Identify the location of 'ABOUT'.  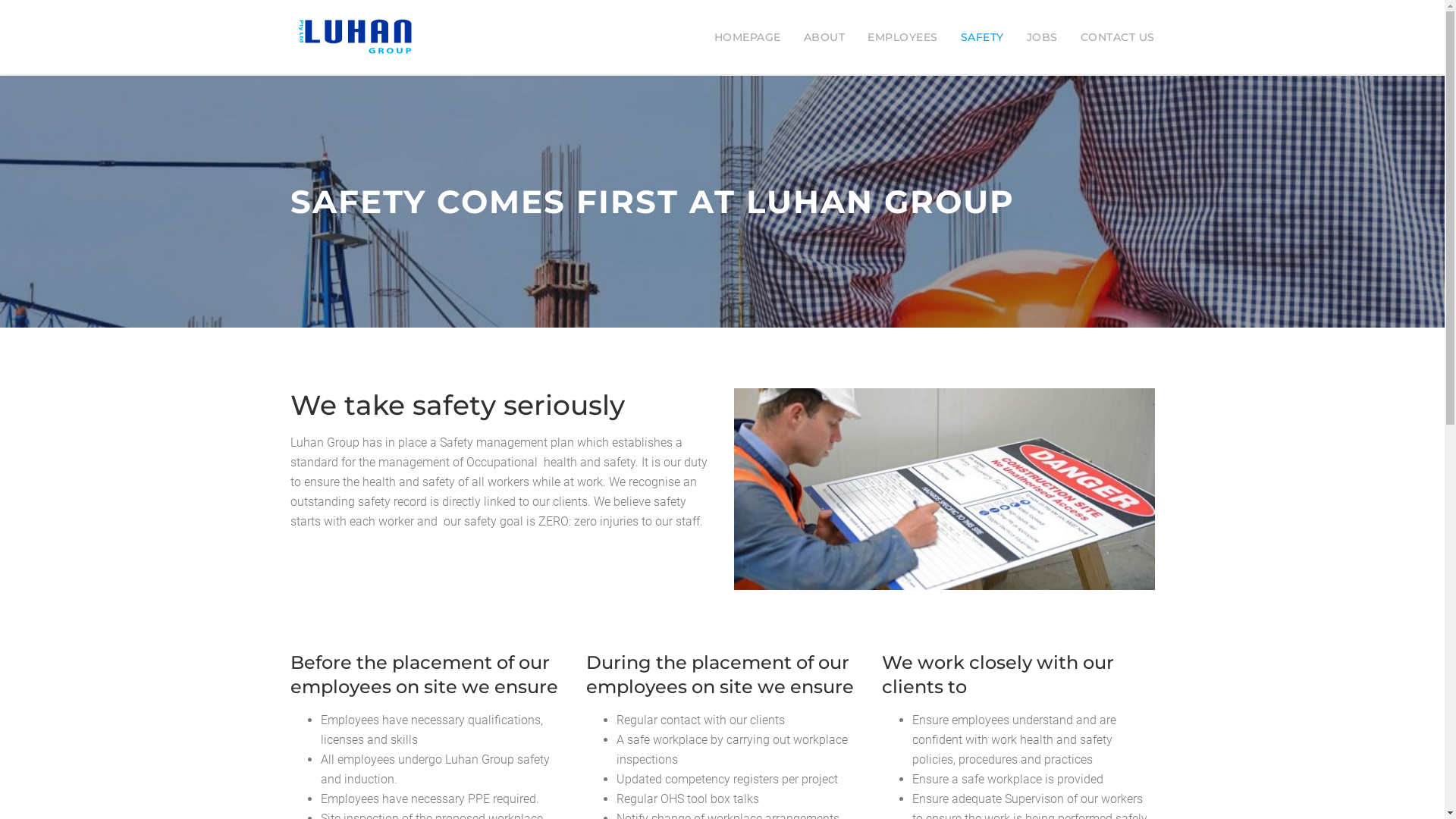
(824, 36).